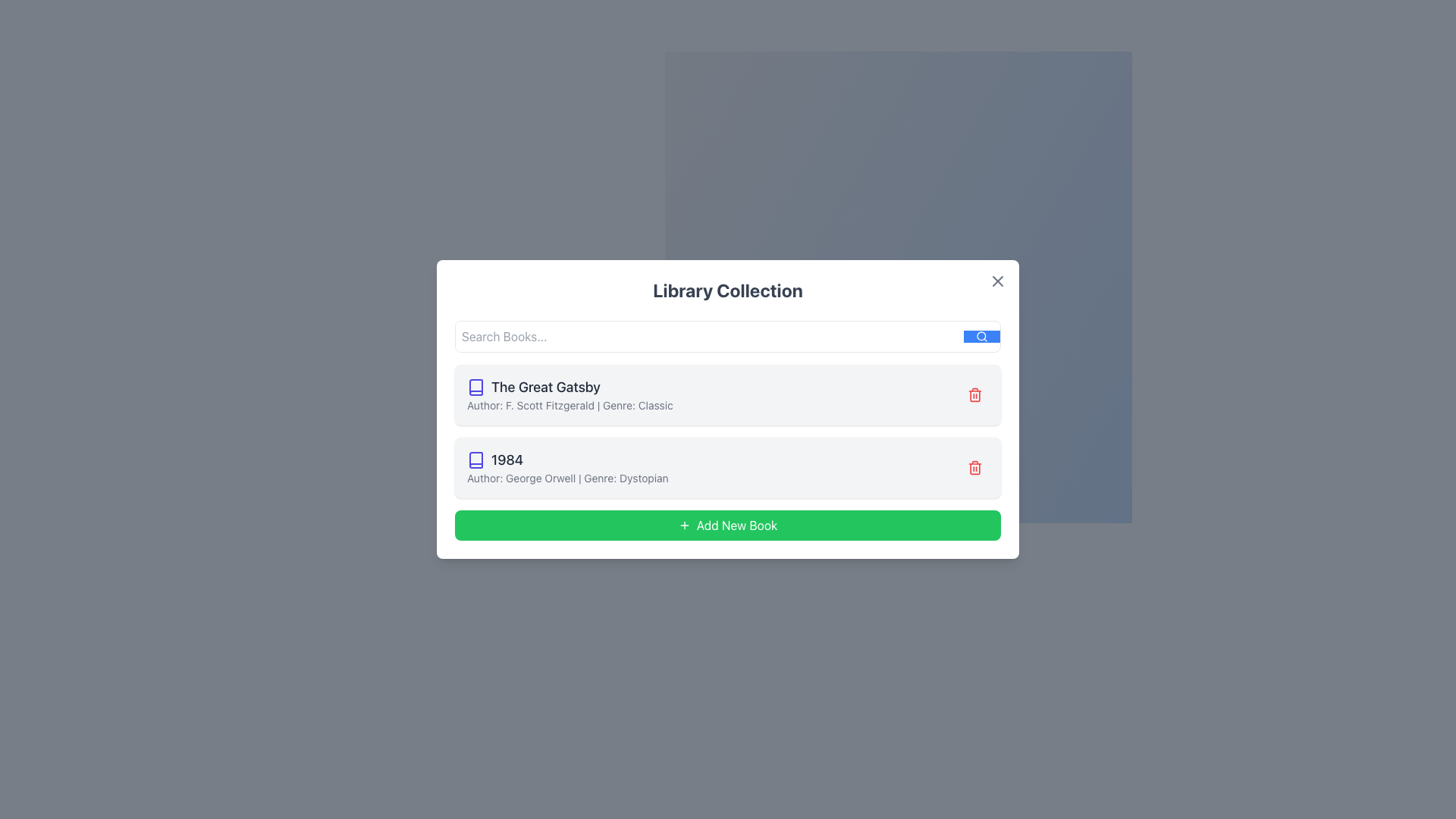 The height and width of the screenshot is (819, 1456). I want to click on the text label displaying supplementary information about the book 'The Great Gatsby', which includes the author's name and genre, located below the title in the 'Library Collection' interface, so click(569, 405).